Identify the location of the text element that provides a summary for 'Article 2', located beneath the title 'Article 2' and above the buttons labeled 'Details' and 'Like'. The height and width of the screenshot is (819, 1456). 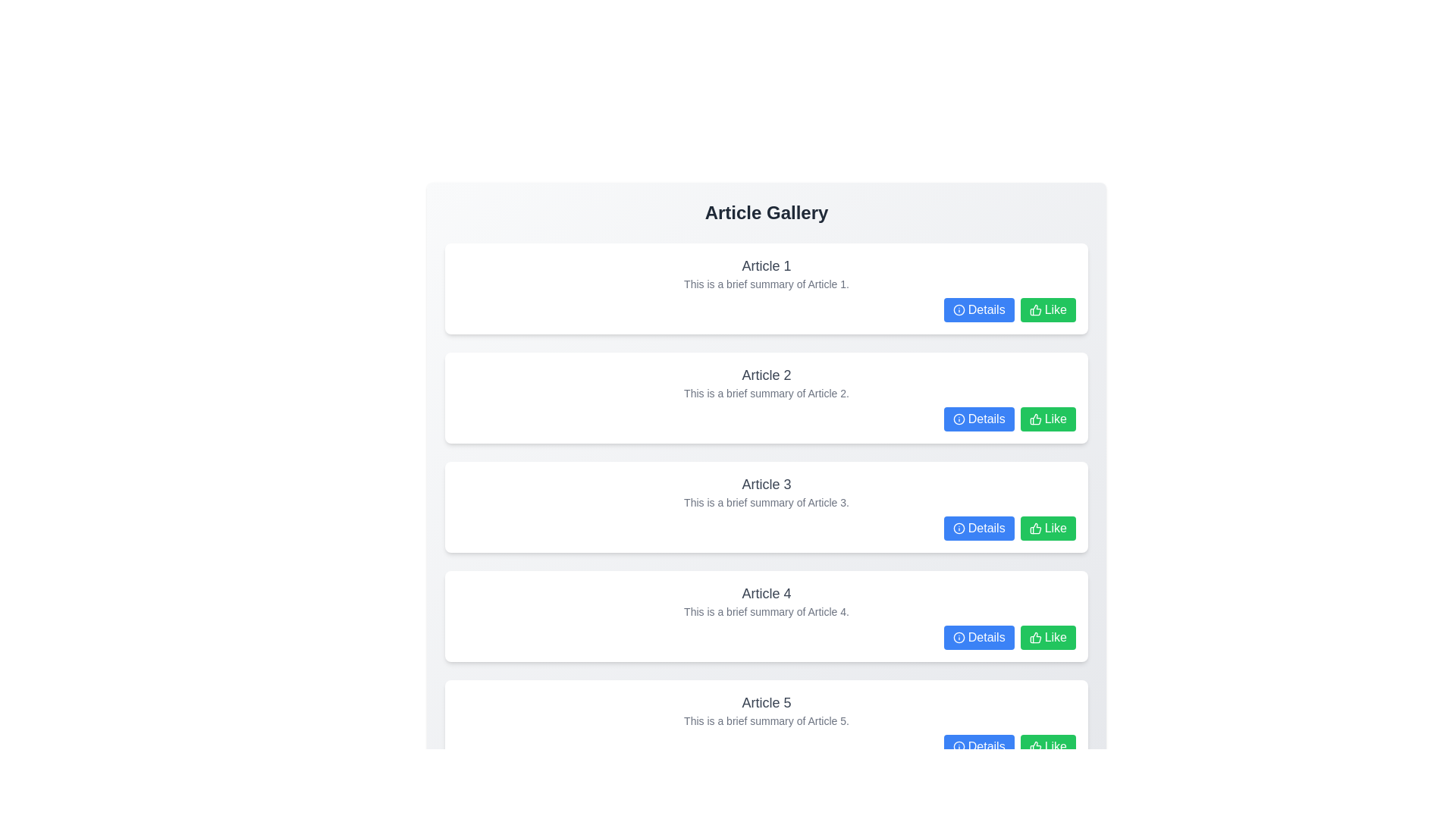
(767, 393).